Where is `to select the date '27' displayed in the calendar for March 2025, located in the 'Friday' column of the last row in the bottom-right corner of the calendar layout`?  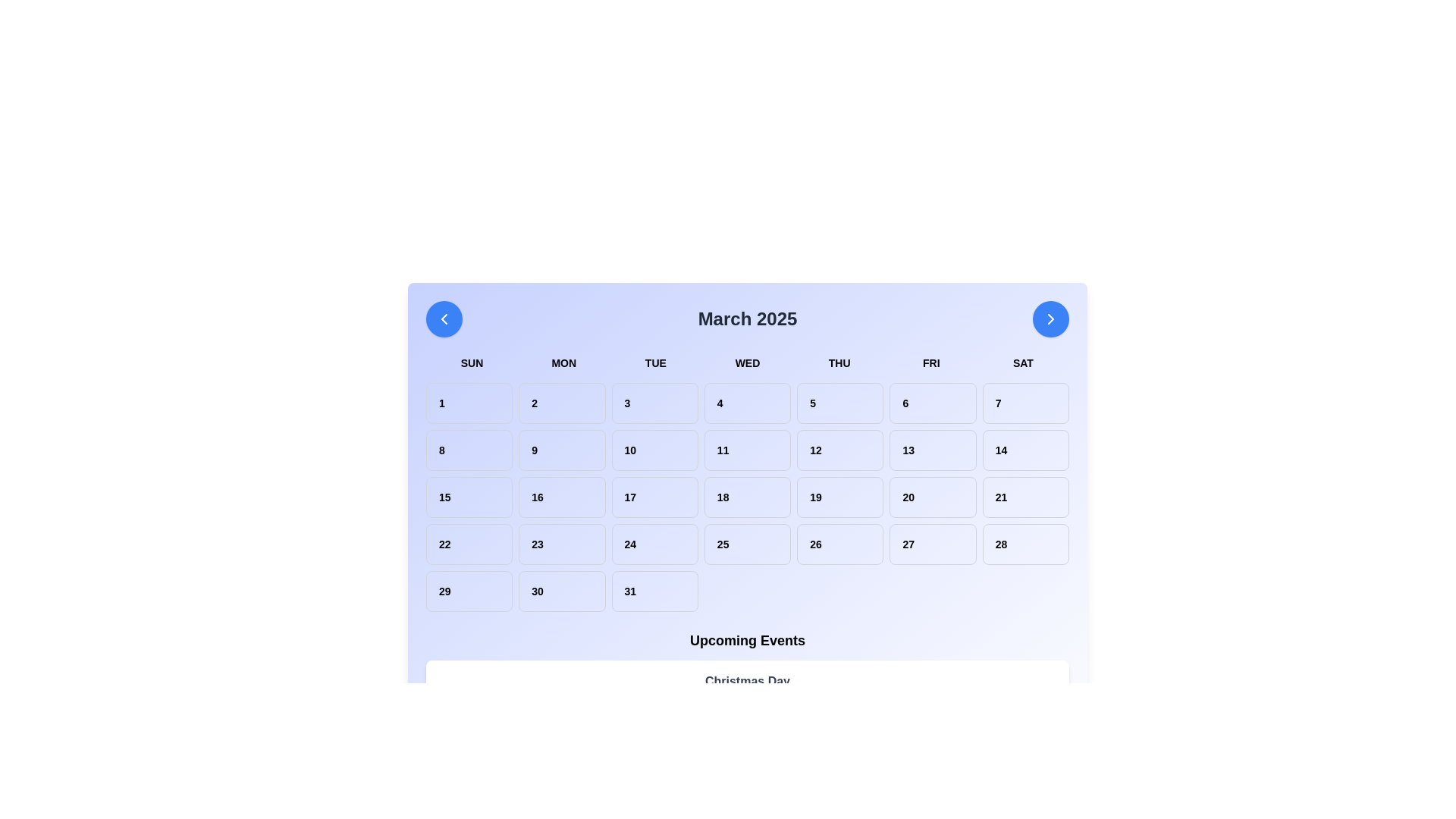 to select the date '27' displayed in the calendar for March 2025, located in the 'Friday' column of the last row in the bottom-right corner of the calendar layout is located at coordinates (932, 543).